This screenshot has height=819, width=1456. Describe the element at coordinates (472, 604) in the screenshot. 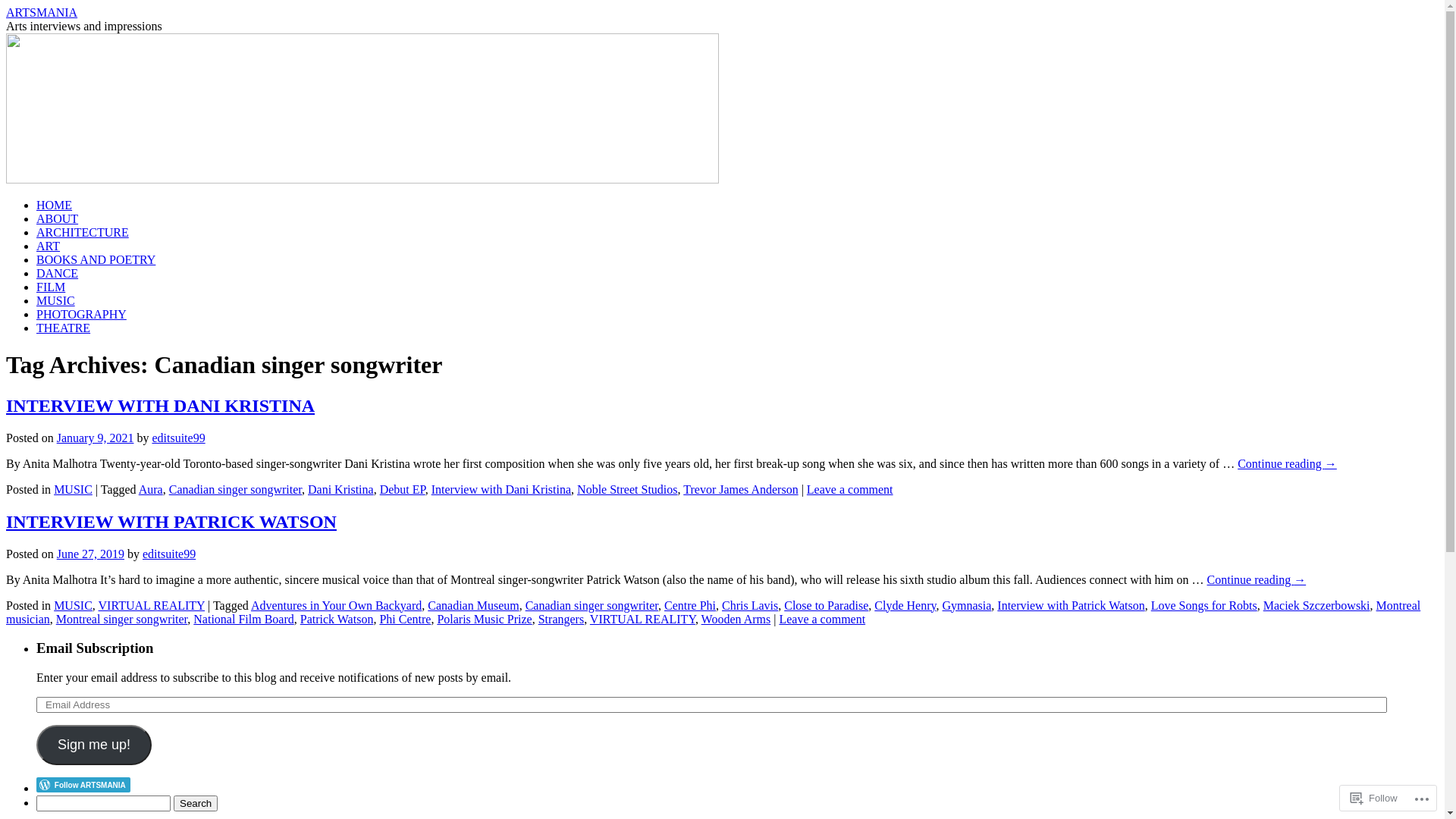

I see `'Canadian Museum'` at that location.